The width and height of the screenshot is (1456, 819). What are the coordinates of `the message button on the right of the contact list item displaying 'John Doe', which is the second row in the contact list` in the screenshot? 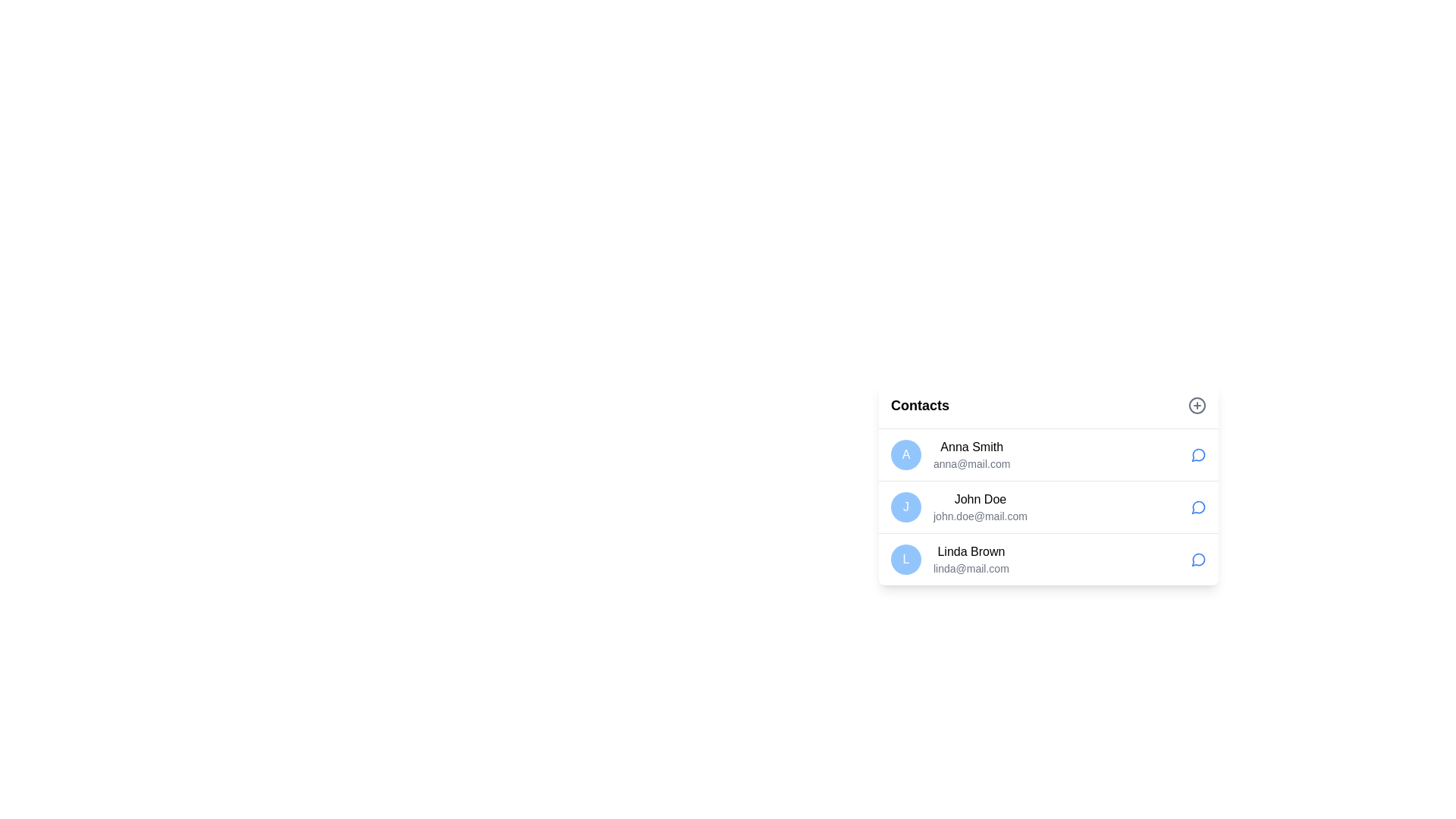 It's located at (1047, 483).